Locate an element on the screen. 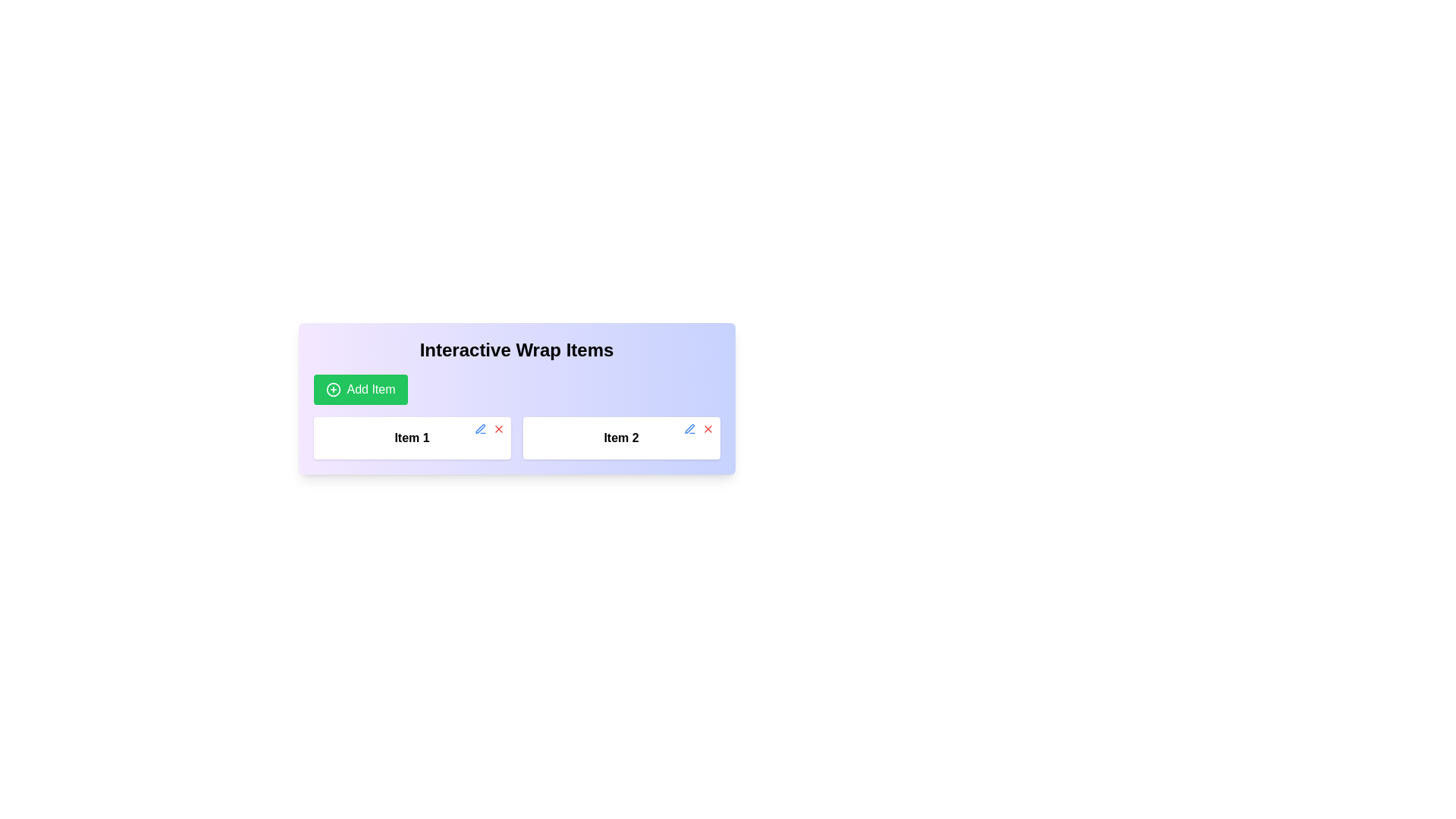  the red 'X' icon button is located at coordinates (707, 429).